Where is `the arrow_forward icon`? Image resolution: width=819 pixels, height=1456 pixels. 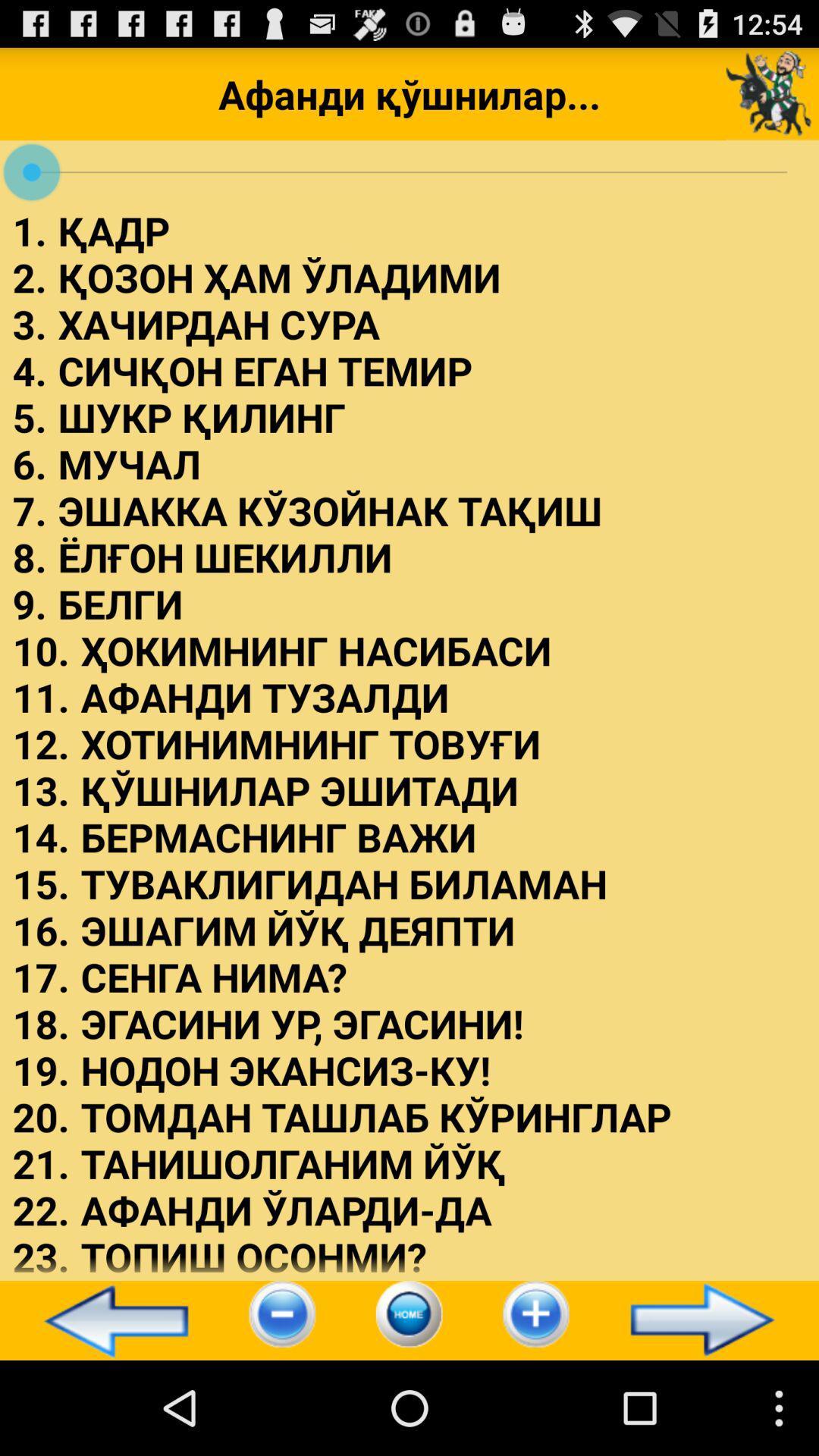 the arrow_forward icon is located at coordinates (709, 1412).